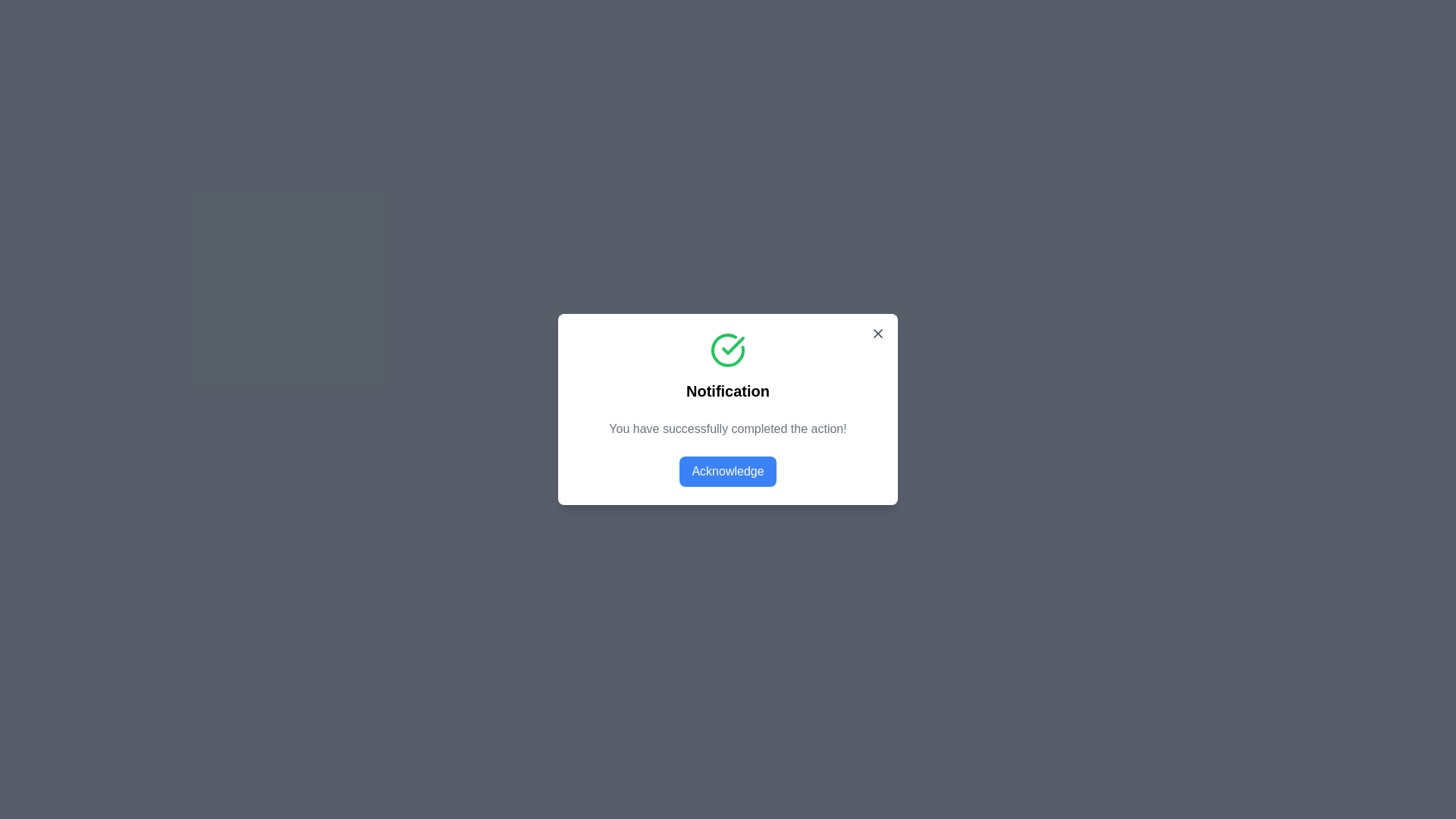 The width and height of the screenshot is (1456, 819). What do you see at coordinates (728, 391) in the screenshot?
I see `the bold, large-sized text element displaying 'Notification' within the centered modal dialog` at bounding box center [728, 391].